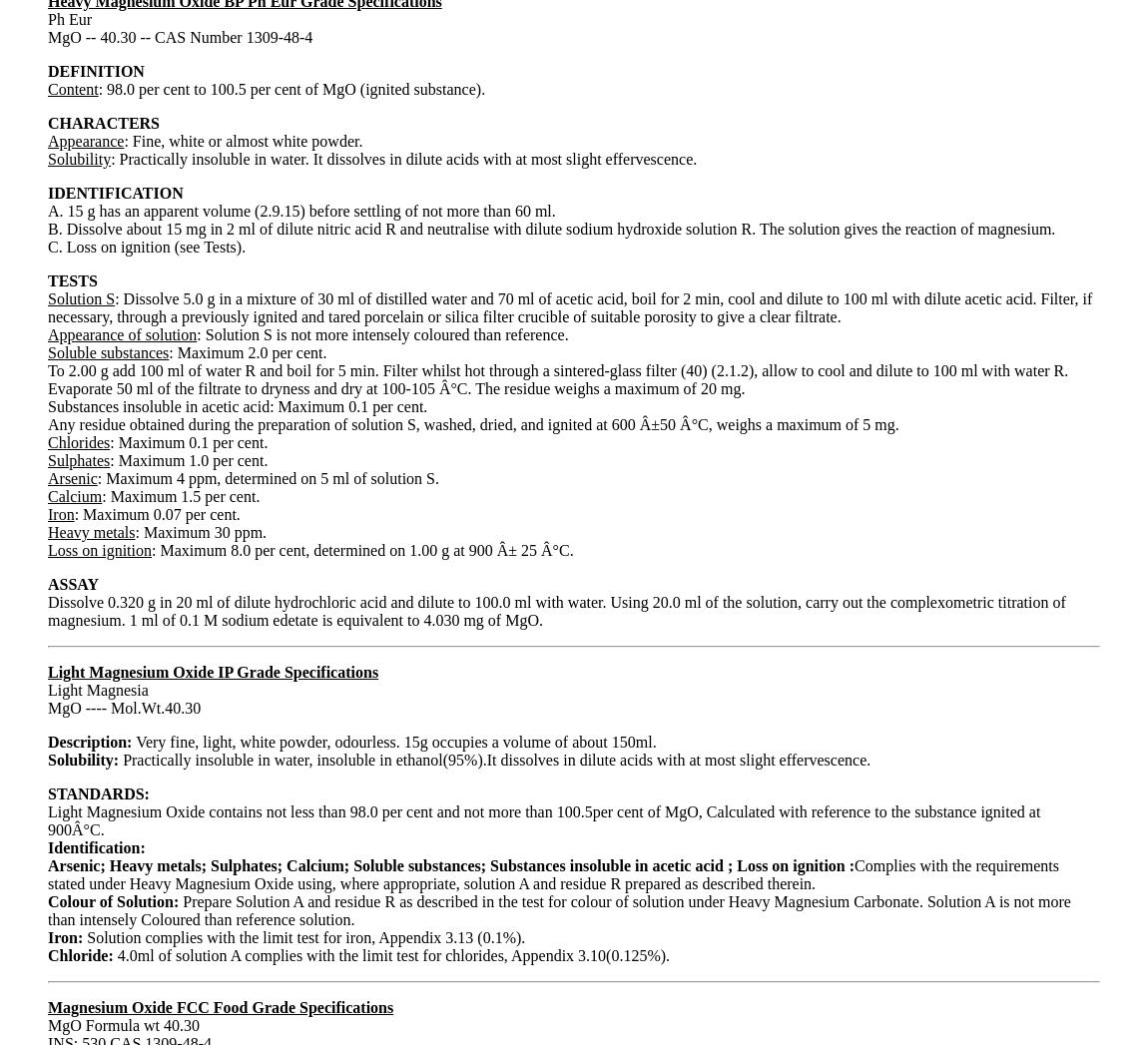 The image size is (1148, 1045). I want to click on 'Iron:', so click(64, 936).